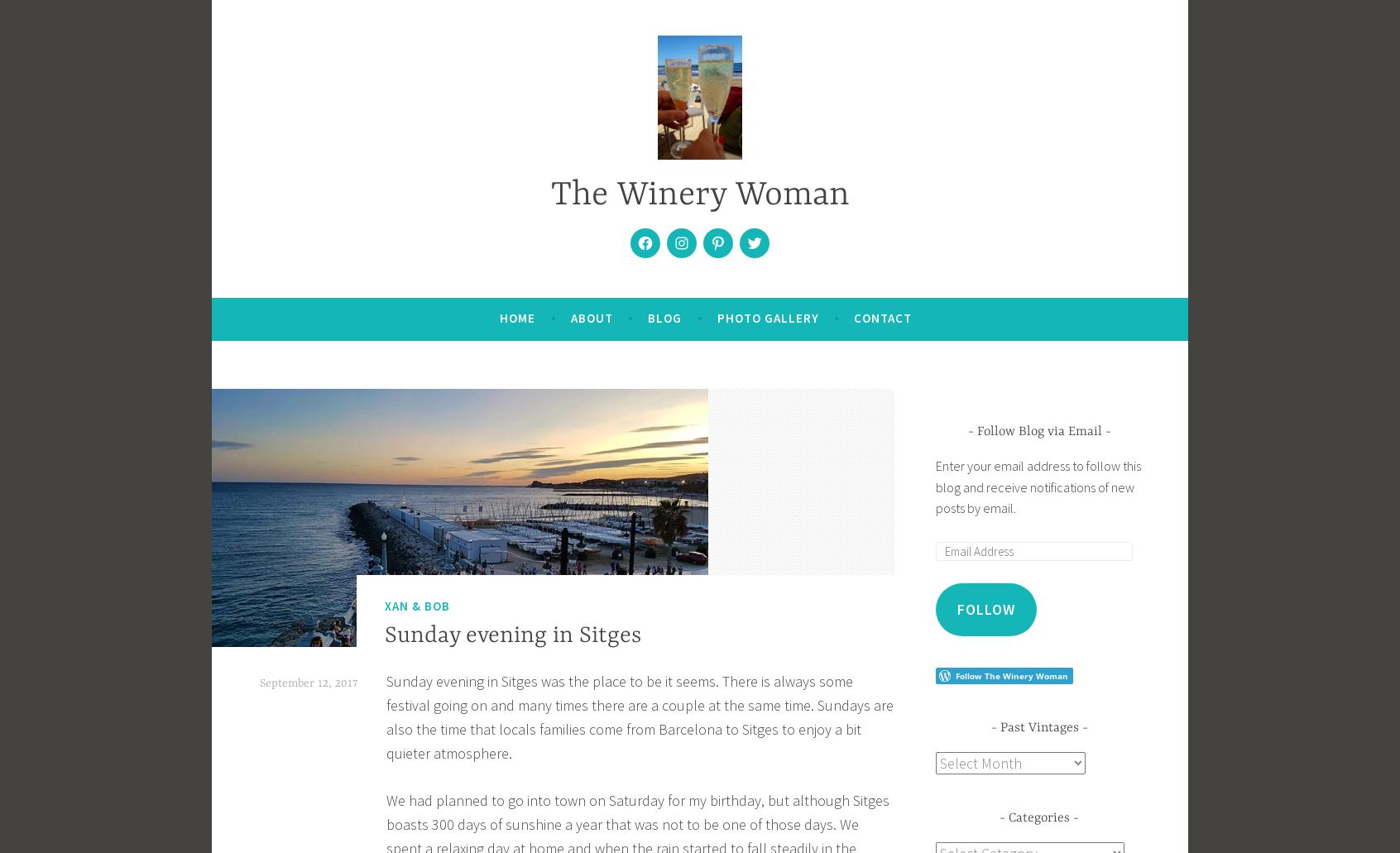 This screenshot has height=853, width=1400. I want to click on 'Sunday evening in Sitges', so click(383, 635).